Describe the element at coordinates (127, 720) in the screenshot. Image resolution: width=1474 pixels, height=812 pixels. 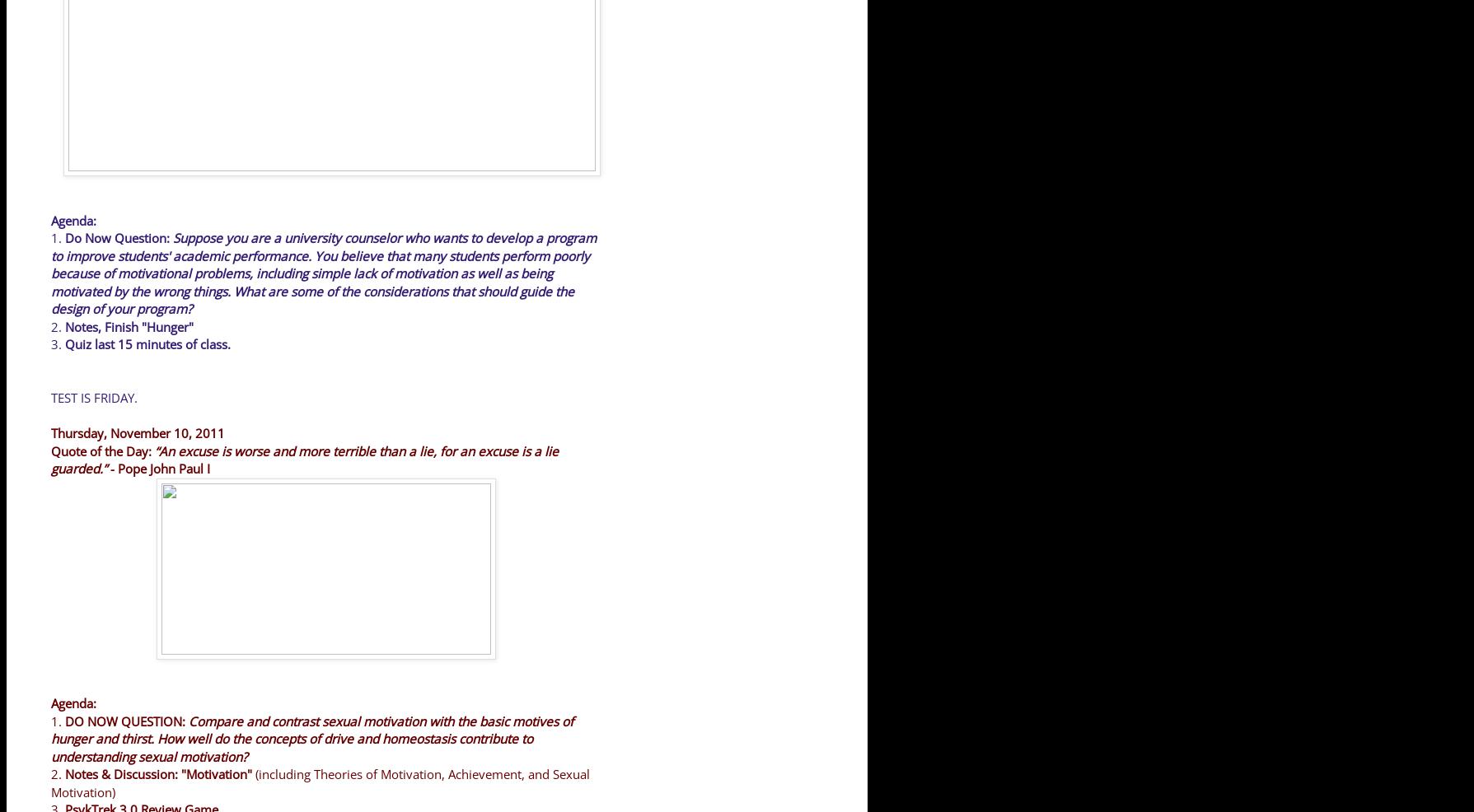
I see `'DO NOW QUESTION:'` at that location.